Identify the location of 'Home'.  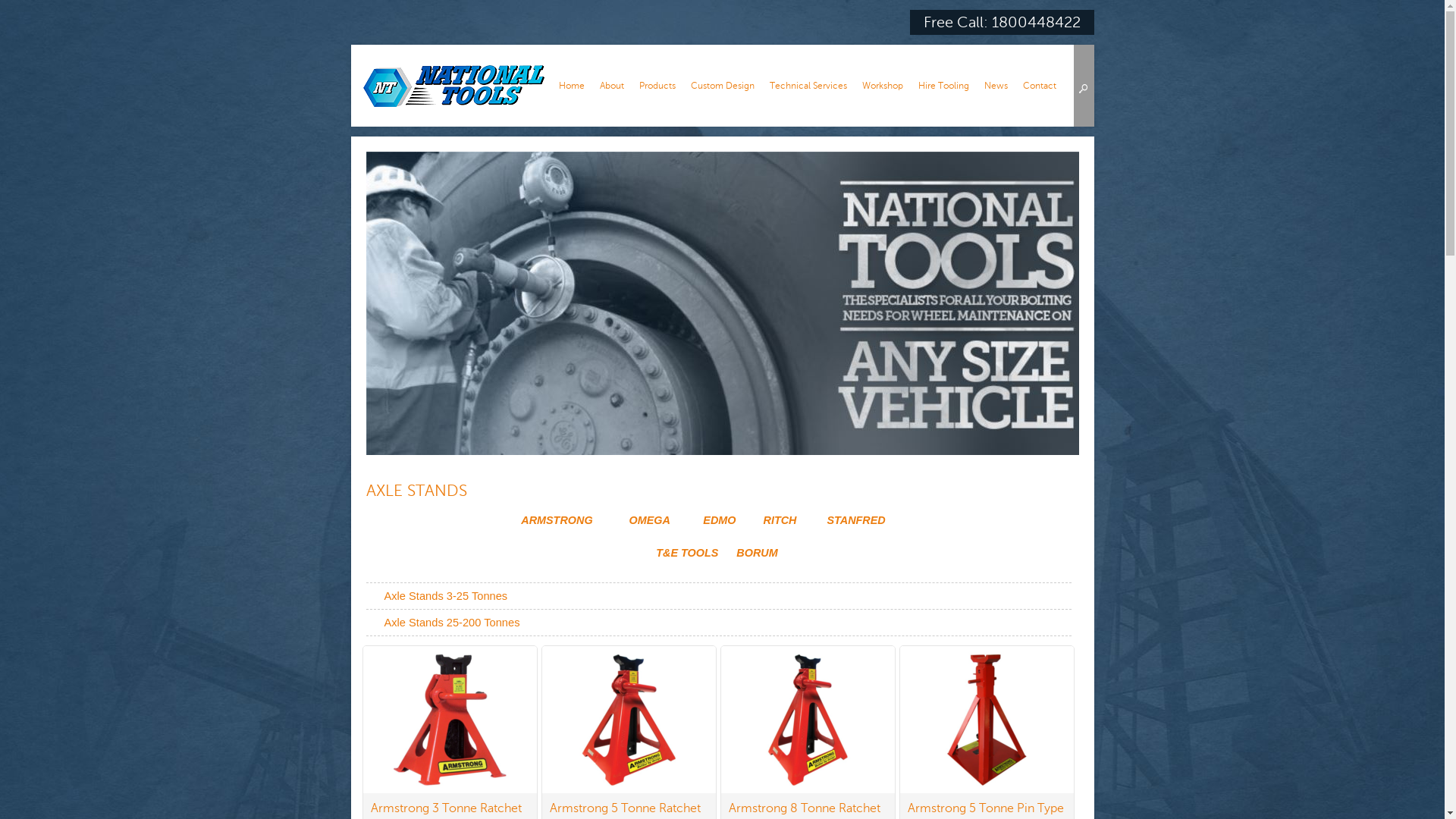
(570, 85).